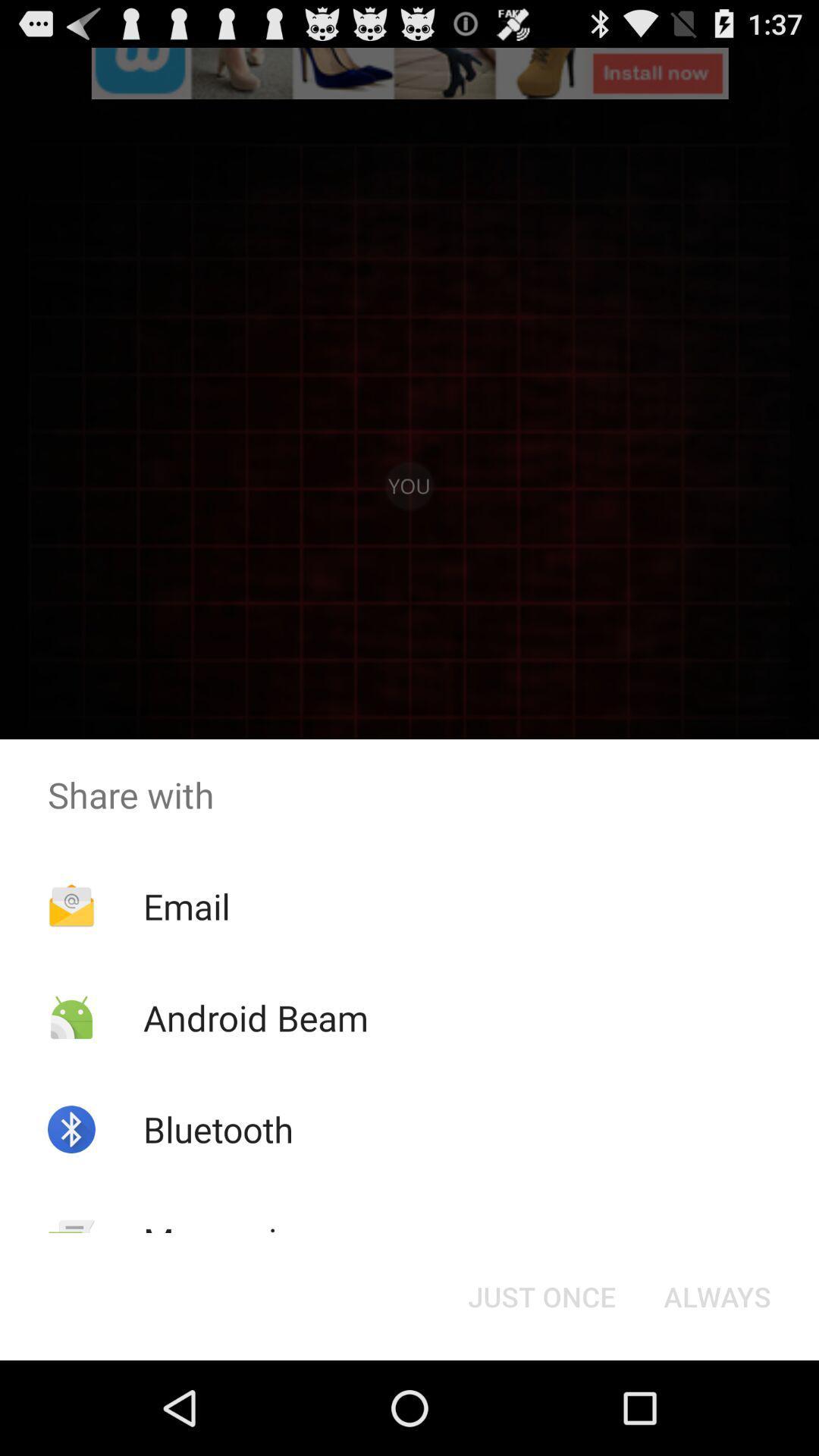 The image size is (819, 1456). Describe the element at coordinates (230, 1241) in the screenshot. I see `icon to the left of the just once` at that location.